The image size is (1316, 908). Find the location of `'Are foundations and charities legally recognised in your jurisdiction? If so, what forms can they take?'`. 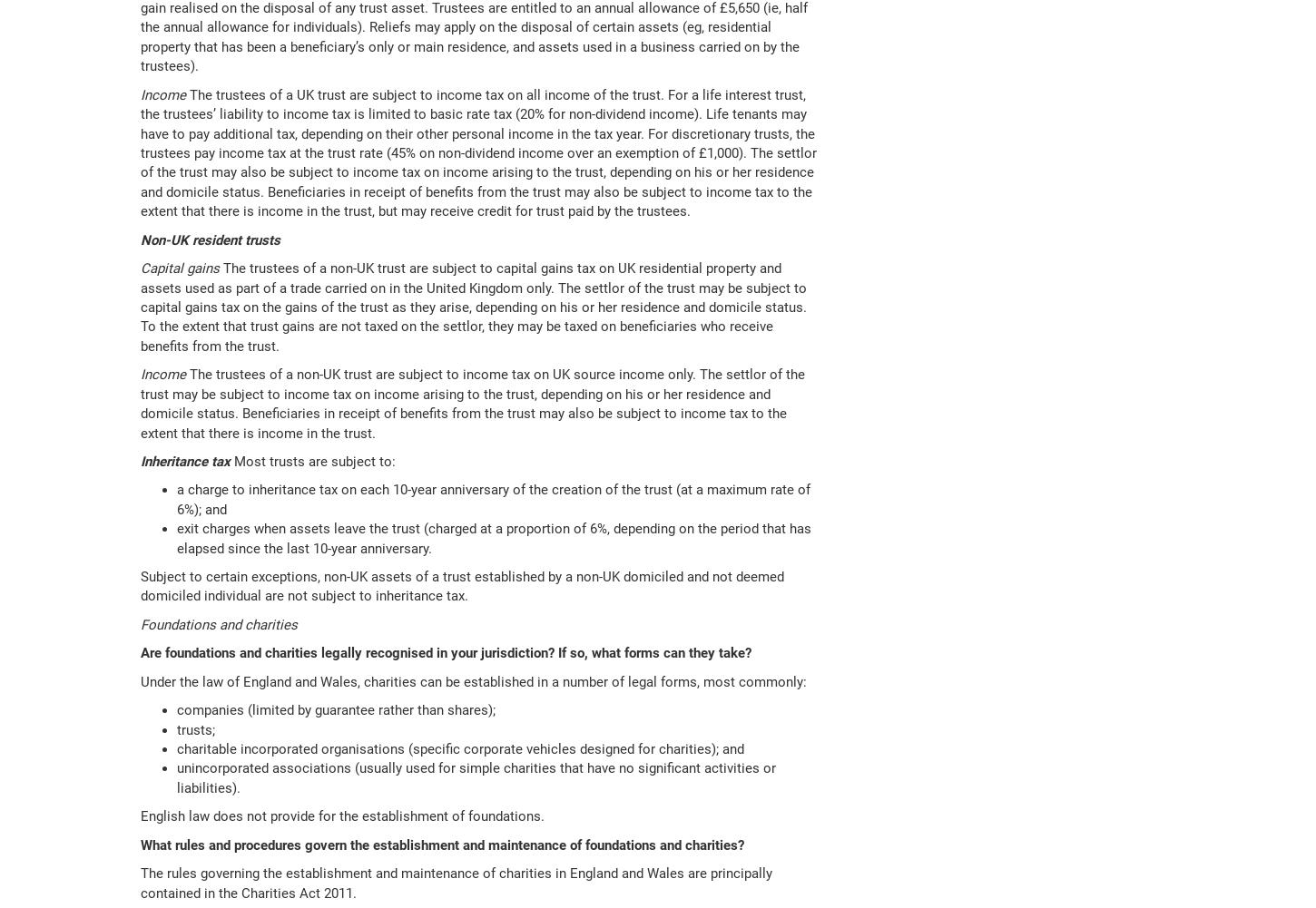

'Are foundations and charities legally recognised in your jurisdiction? If so, what forms can they take?' is located at coordinates (446, 653).